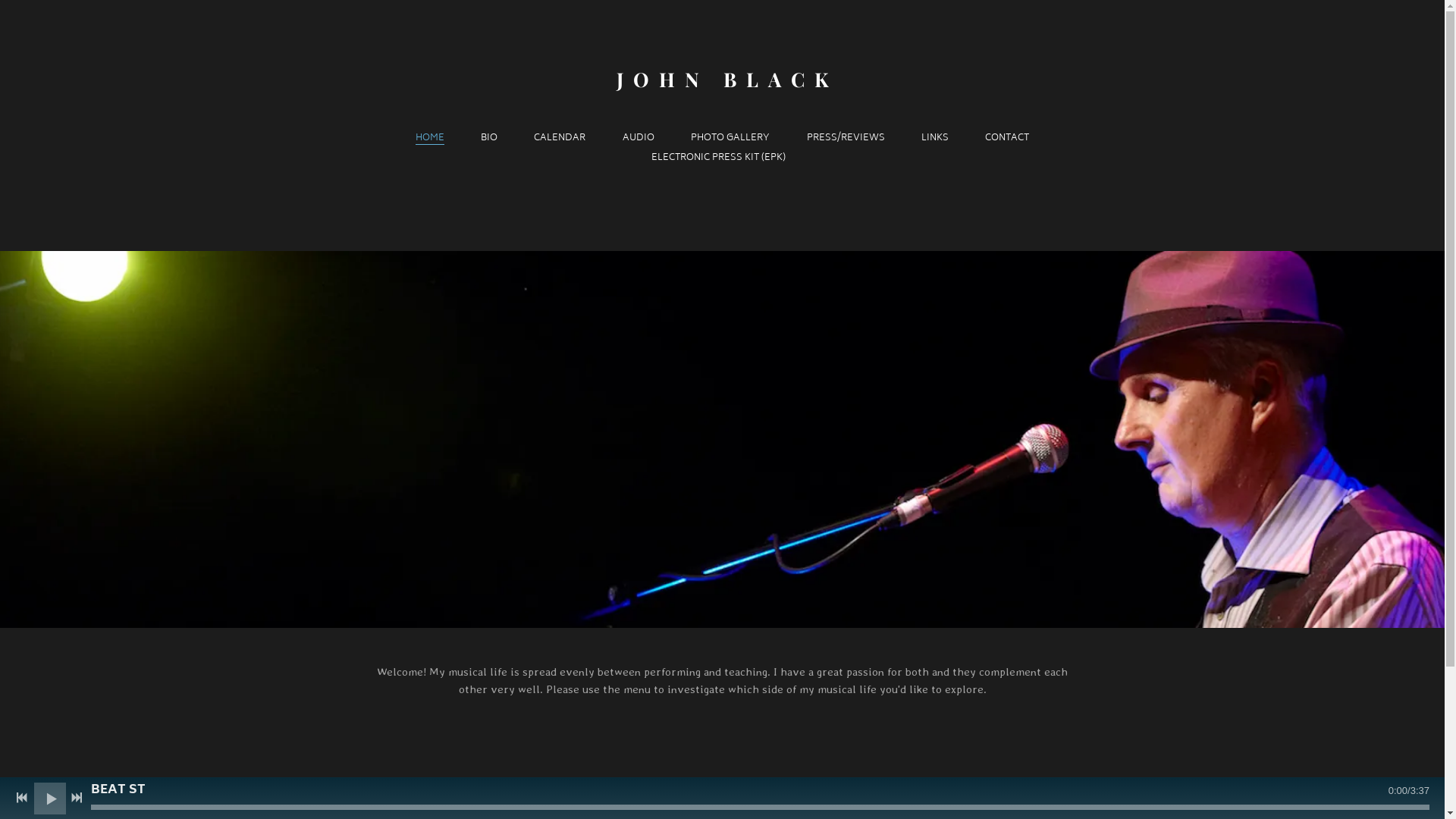  Describe the element at coordinates (21, 797) in the screenshot. I see `'Previous track'` at that location.